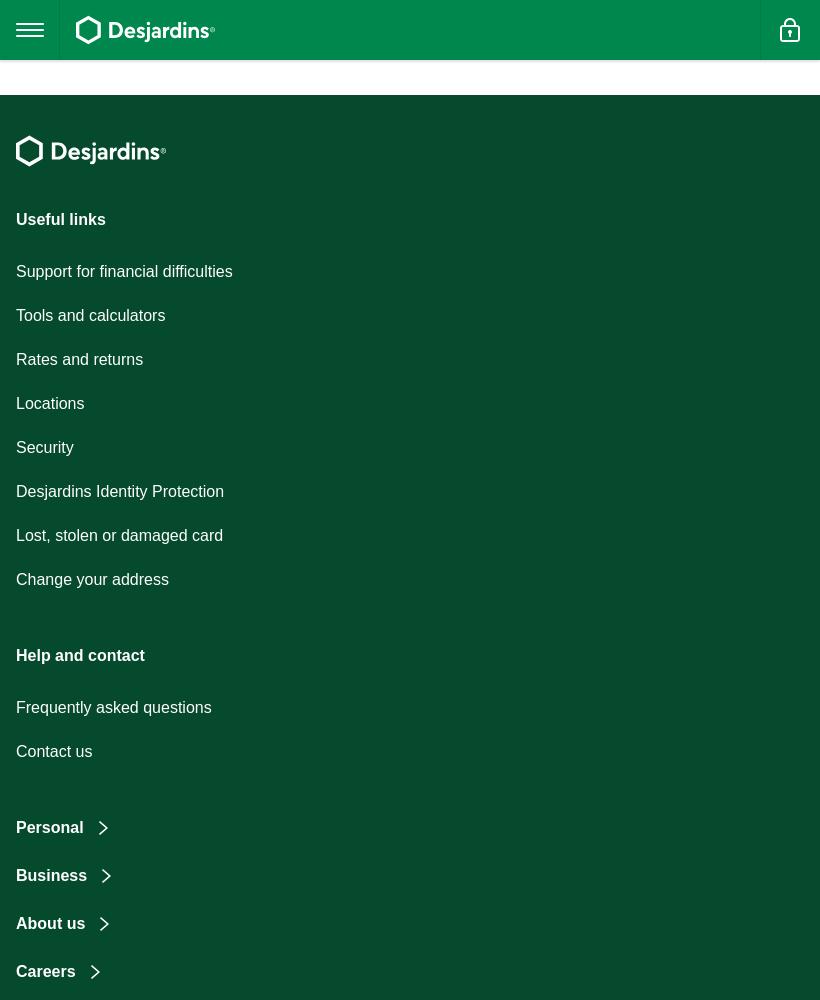 The image size is (820, 1000). Describe the element at coordinates (48, 826) in the screenshot. I see `'Personal'` at that location.